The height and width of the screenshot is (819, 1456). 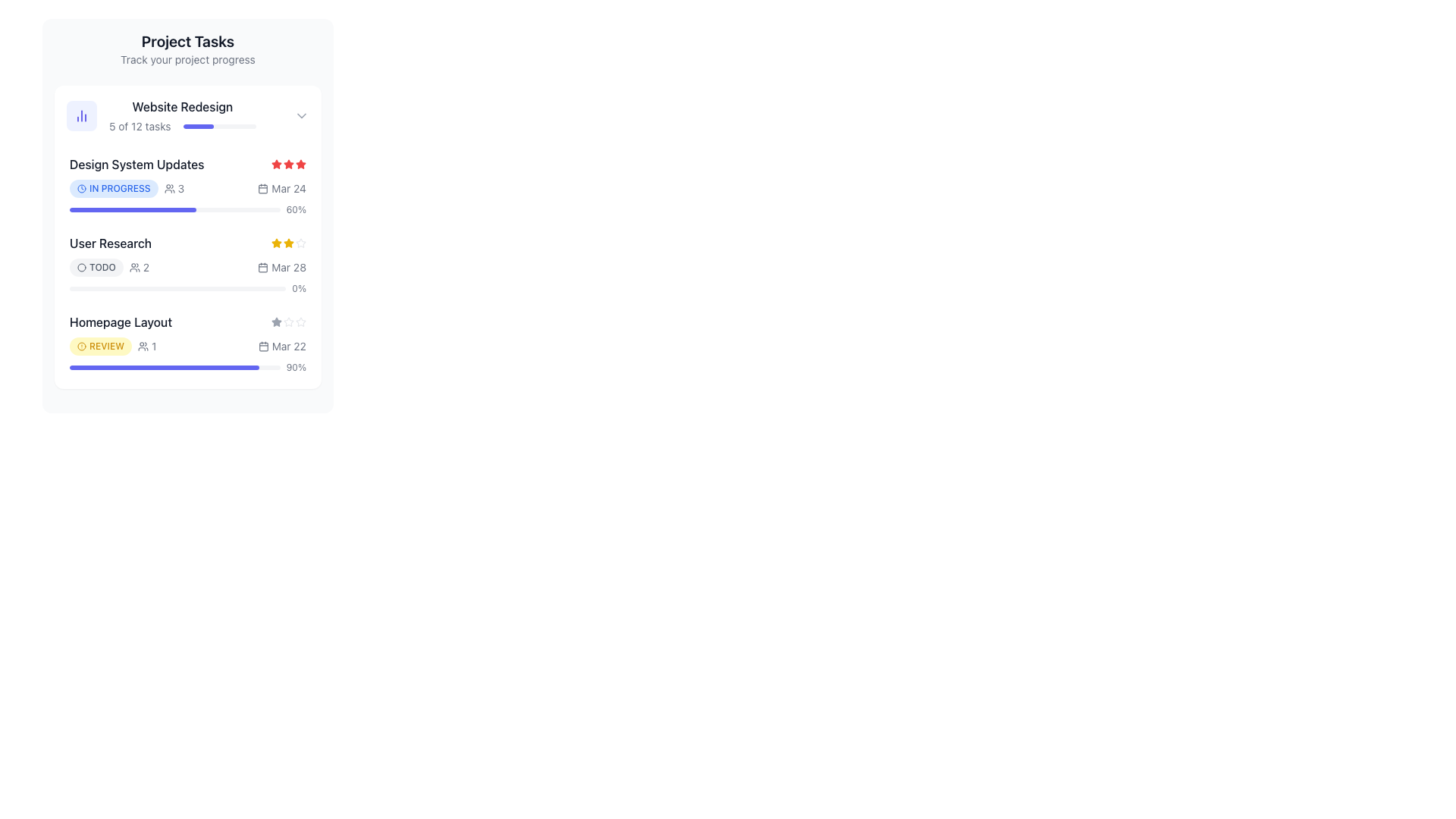 I want to click on the static text label displaying the progress percentage value (currently 0%) located at the far right end of the progress bar in the 'User Research' task section, so click(x=299, y=289).